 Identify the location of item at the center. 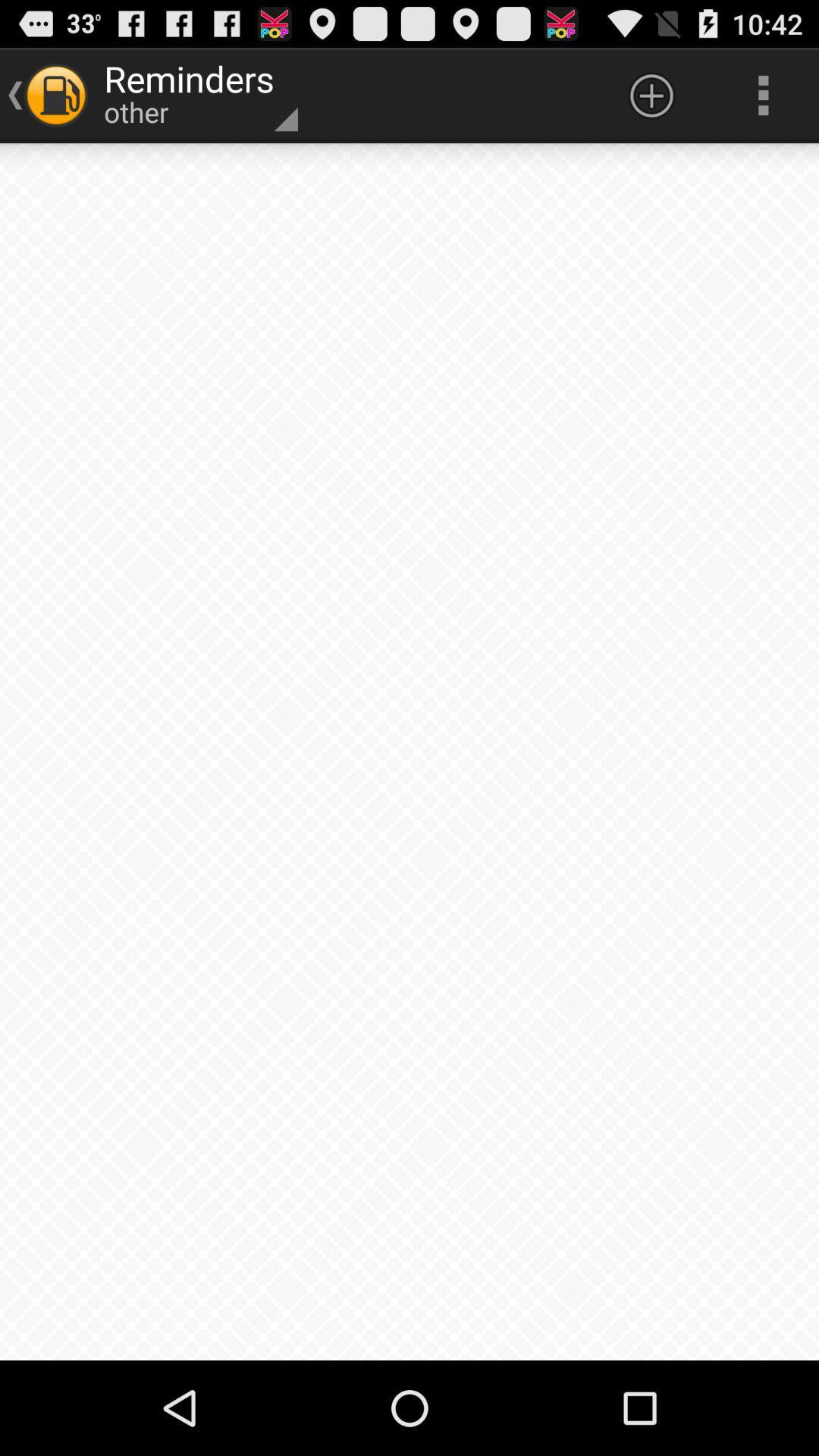
(409, 752).